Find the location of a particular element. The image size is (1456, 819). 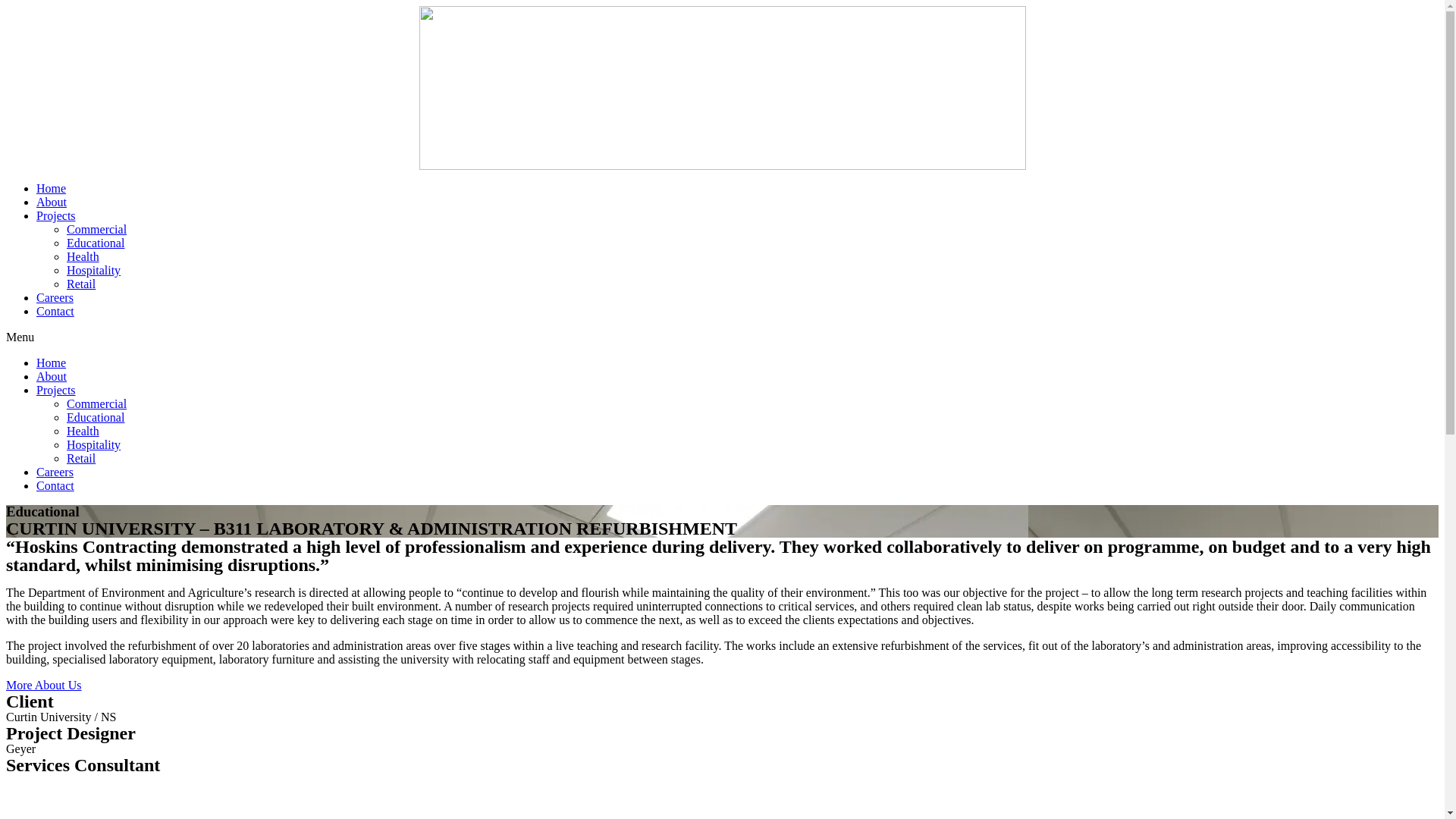

'About' is located at coordinates (36, 201).